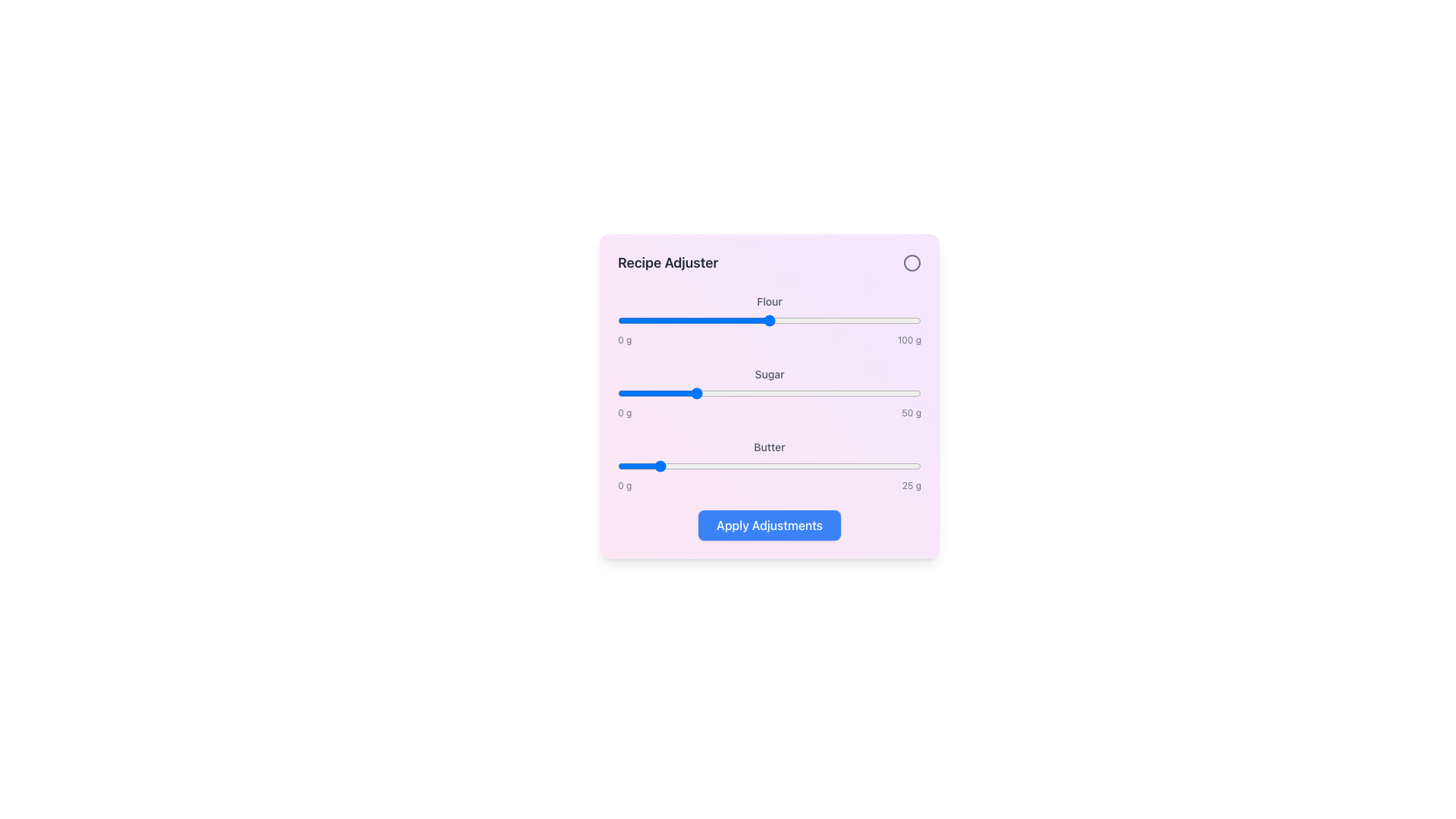  I want to click on the slider value, so click(642, 320).